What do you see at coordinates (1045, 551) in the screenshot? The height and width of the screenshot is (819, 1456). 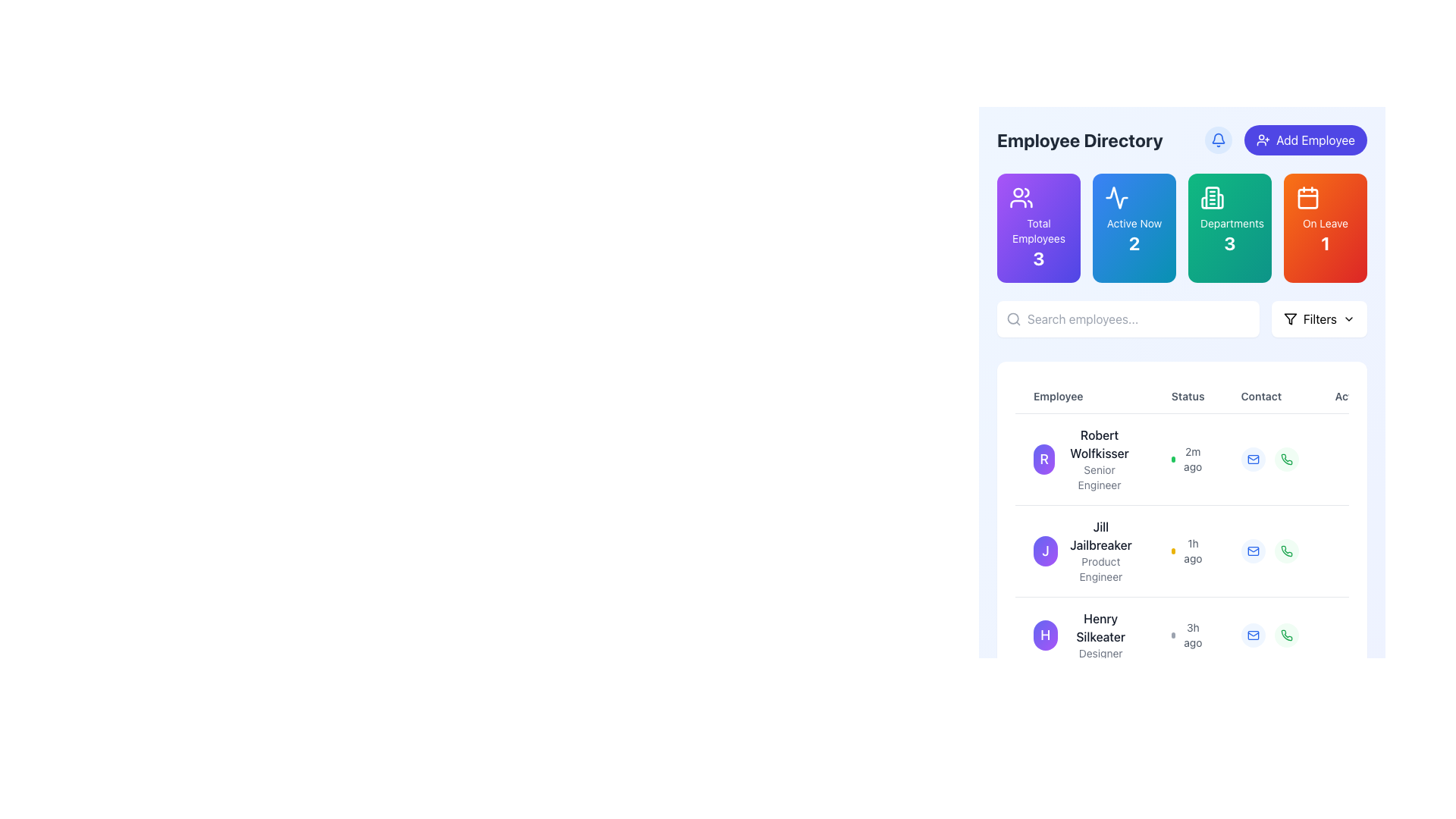 I see `the Profile Picture of Jill Jailbreaker, which is located in the Employee Directory interface, to the left of her name and title` at bounding box center [1045, 551].